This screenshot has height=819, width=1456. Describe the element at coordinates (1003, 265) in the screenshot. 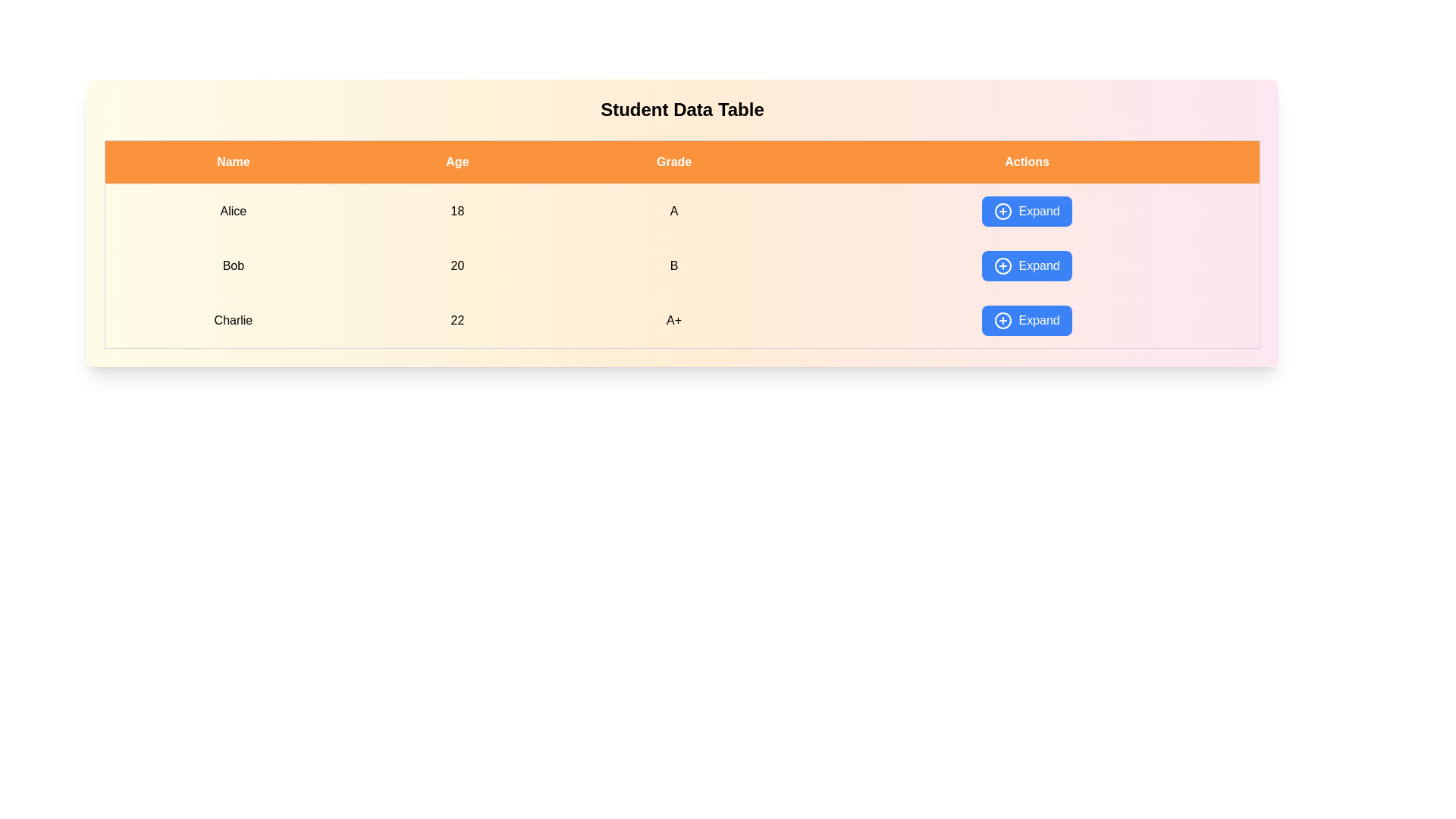

I see `the 'Expand' button containing the circular SVG graphic that serves as a visual indicator` at that location.